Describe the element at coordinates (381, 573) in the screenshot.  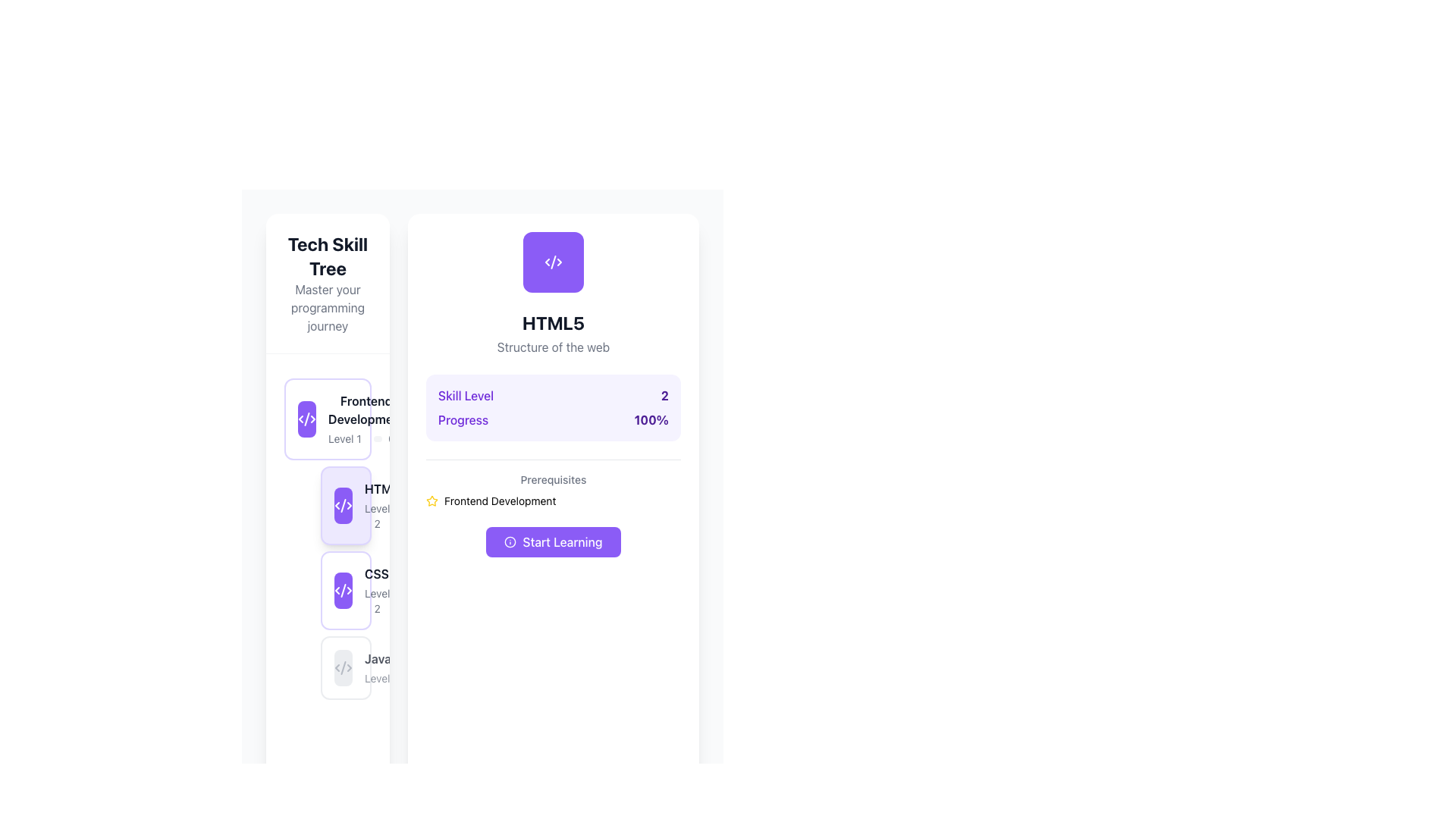
I see `text content of the 'CSS3' label, which is styled in bold dark gray and is the third item in the vertical Tech Skill Tree sidebar` at that location.